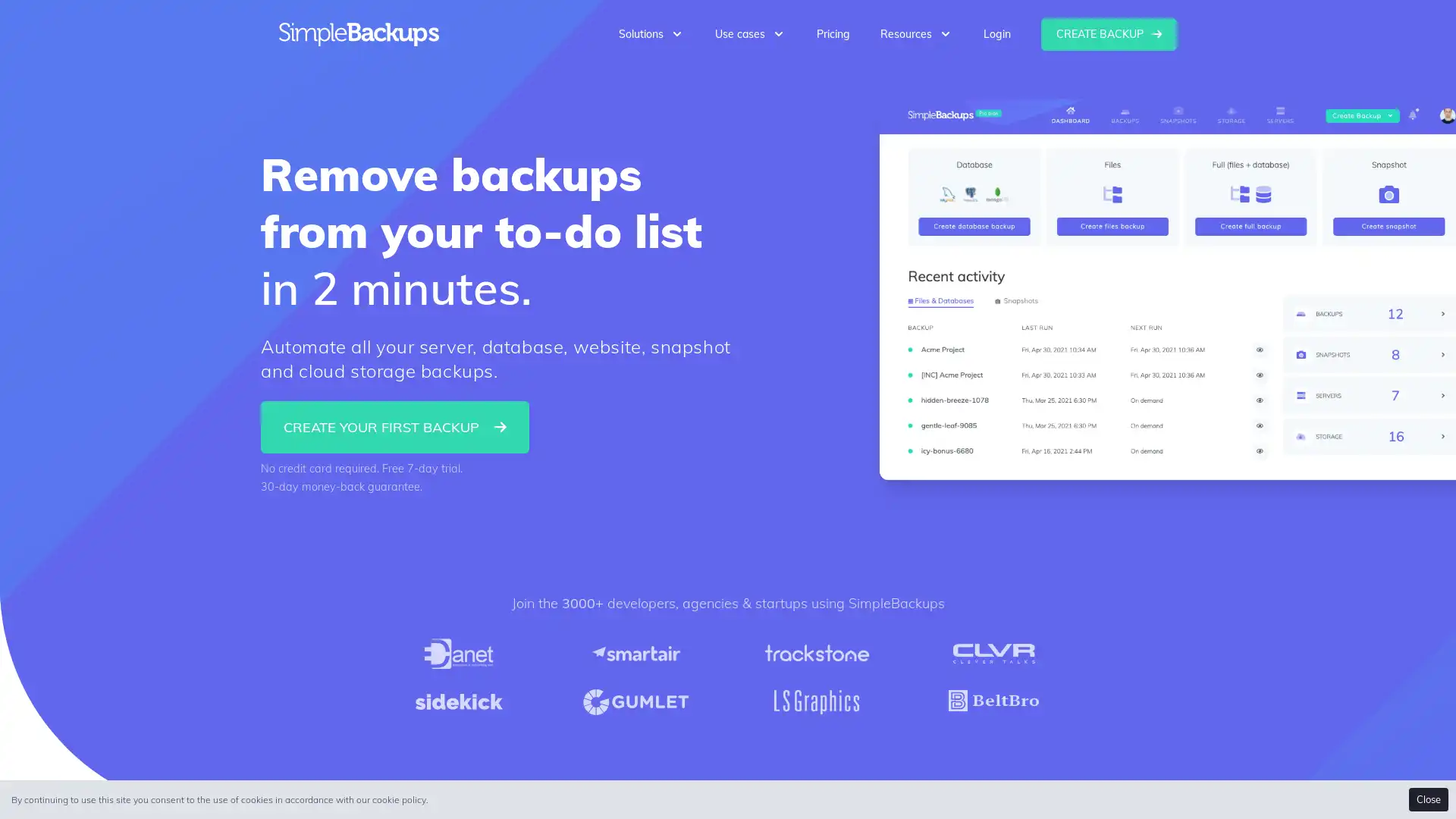 Image resolution: width=1456 pixels, height=819 pixels. What do you see at coordinates (1427, 798) in the screenshot?
I see `Accept cookies` at bounding box center [1427, 798].